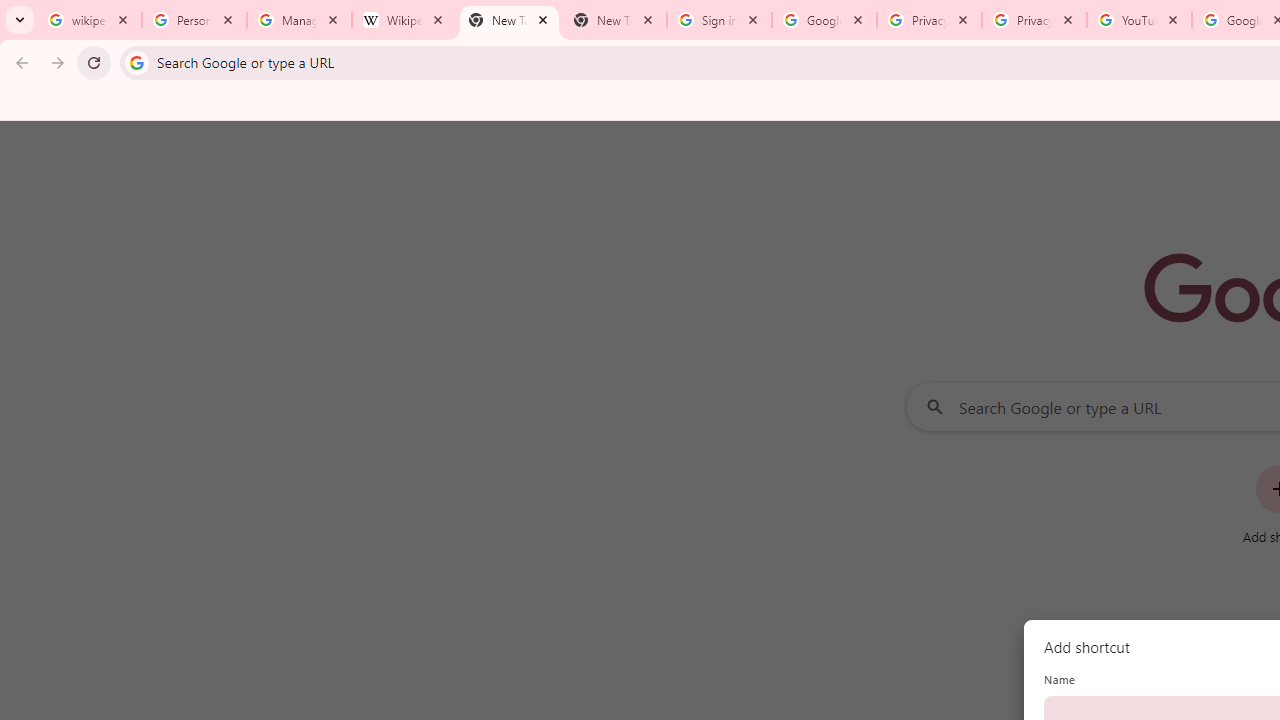  Describe the element at coordinates (194, 20) in the screenshot. I see `'Personalization & Google Search results - Google Search Help'` at that location.